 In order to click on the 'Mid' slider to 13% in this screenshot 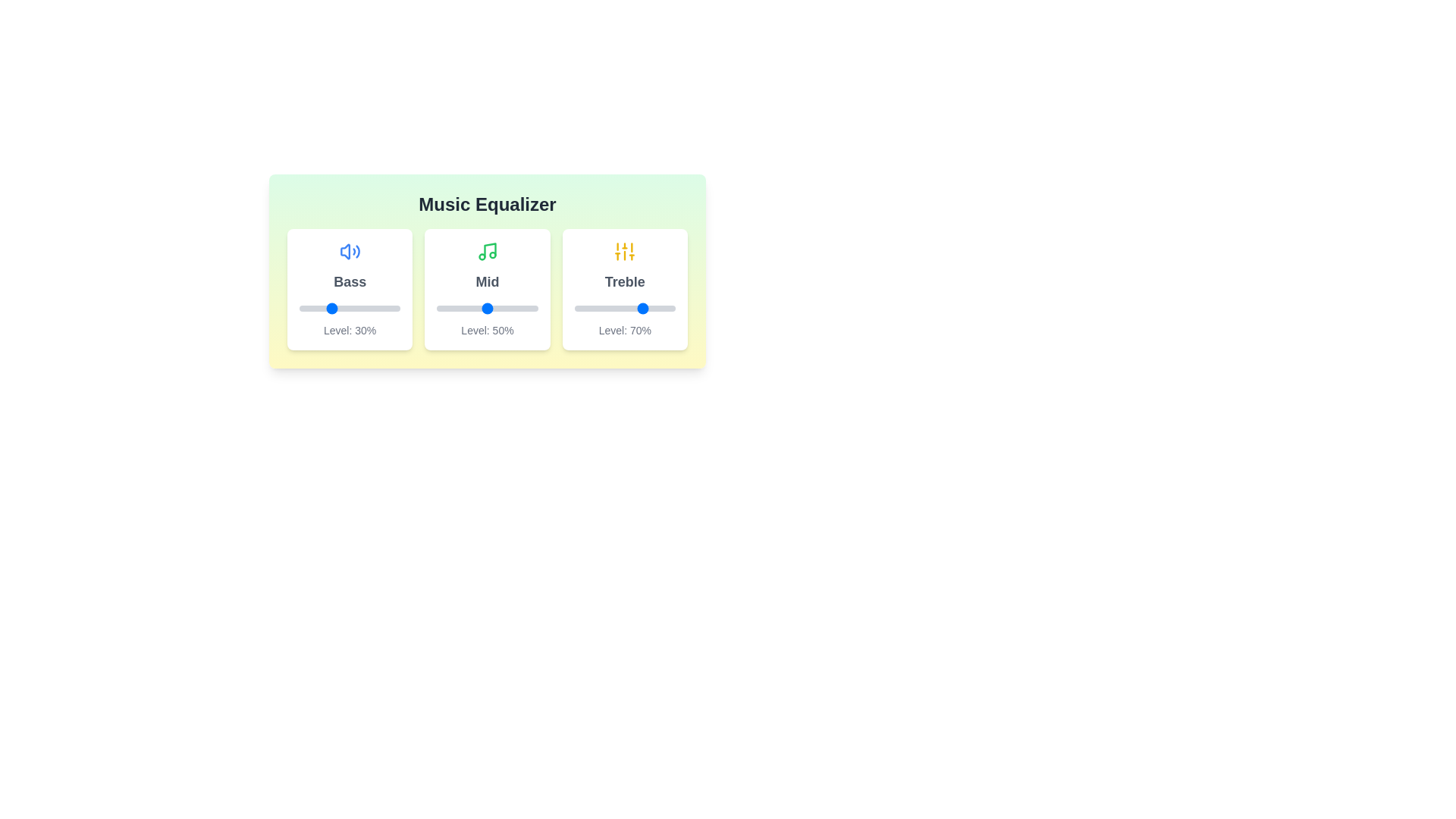, I will do `click(449, 308)`.